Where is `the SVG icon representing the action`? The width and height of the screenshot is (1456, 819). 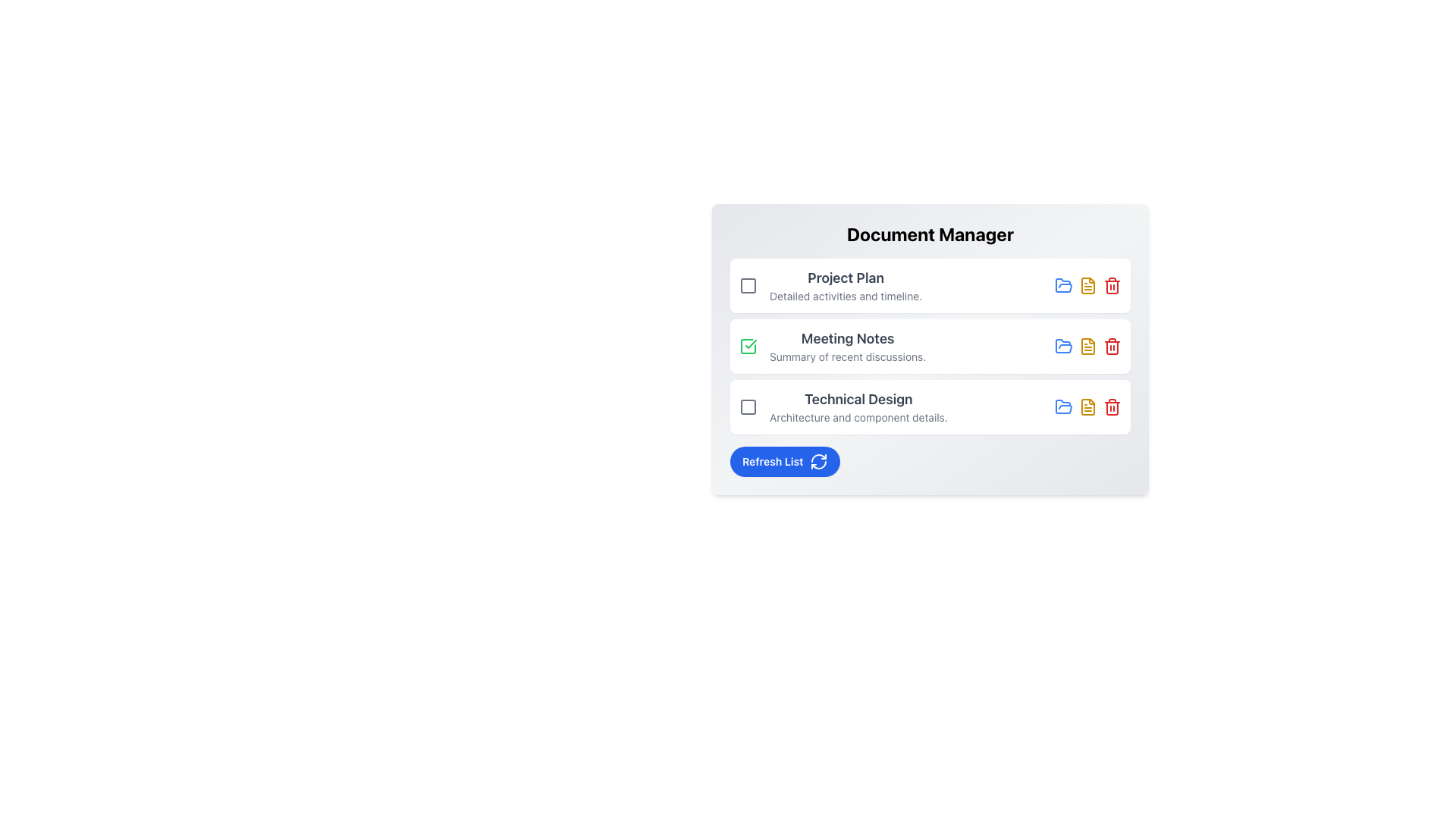 the SVG icon representing the action is located at coordinates (1062, 285).